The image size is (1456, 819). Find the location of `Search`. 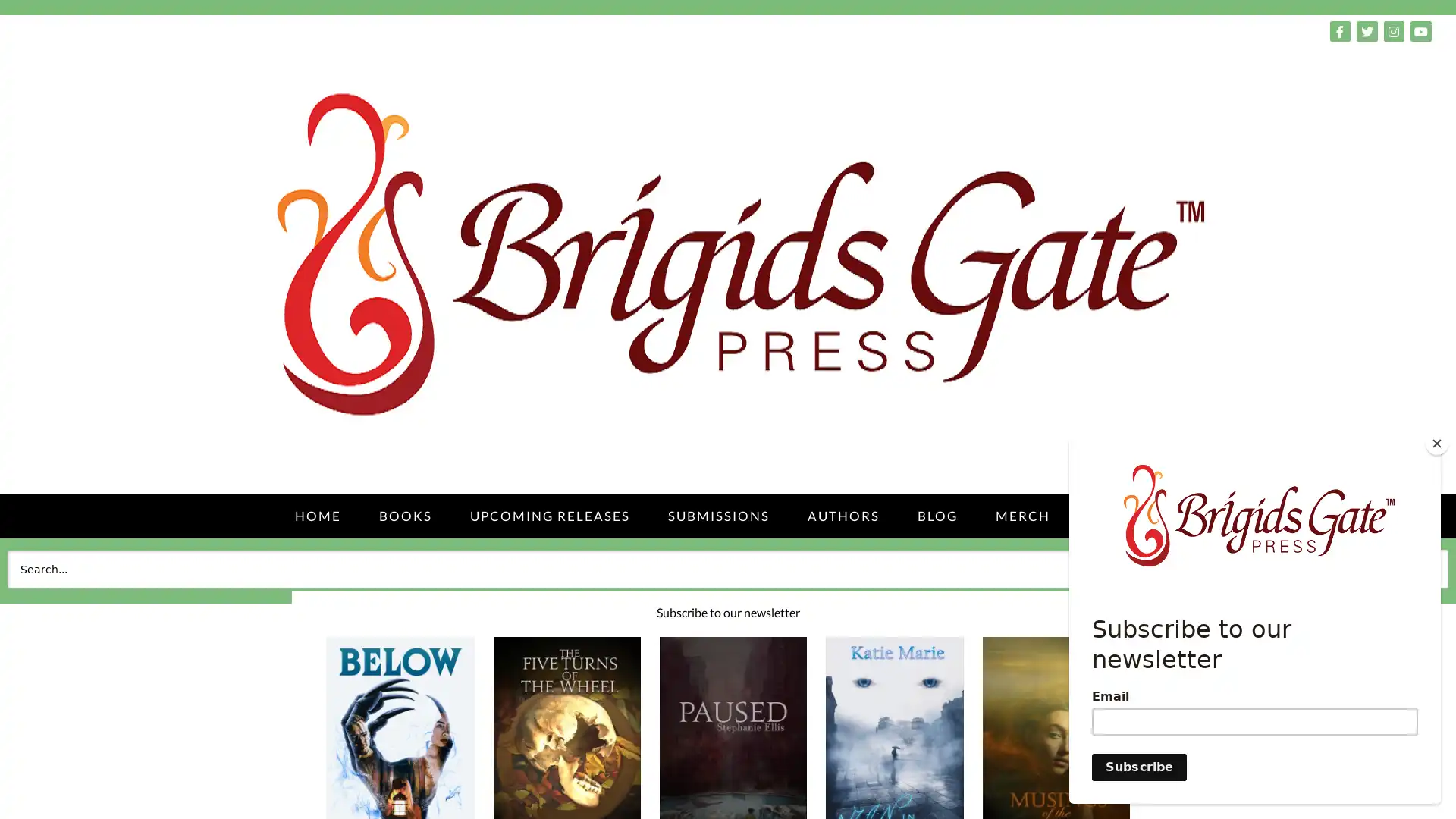

Search is located at coordinates (1414, 568).